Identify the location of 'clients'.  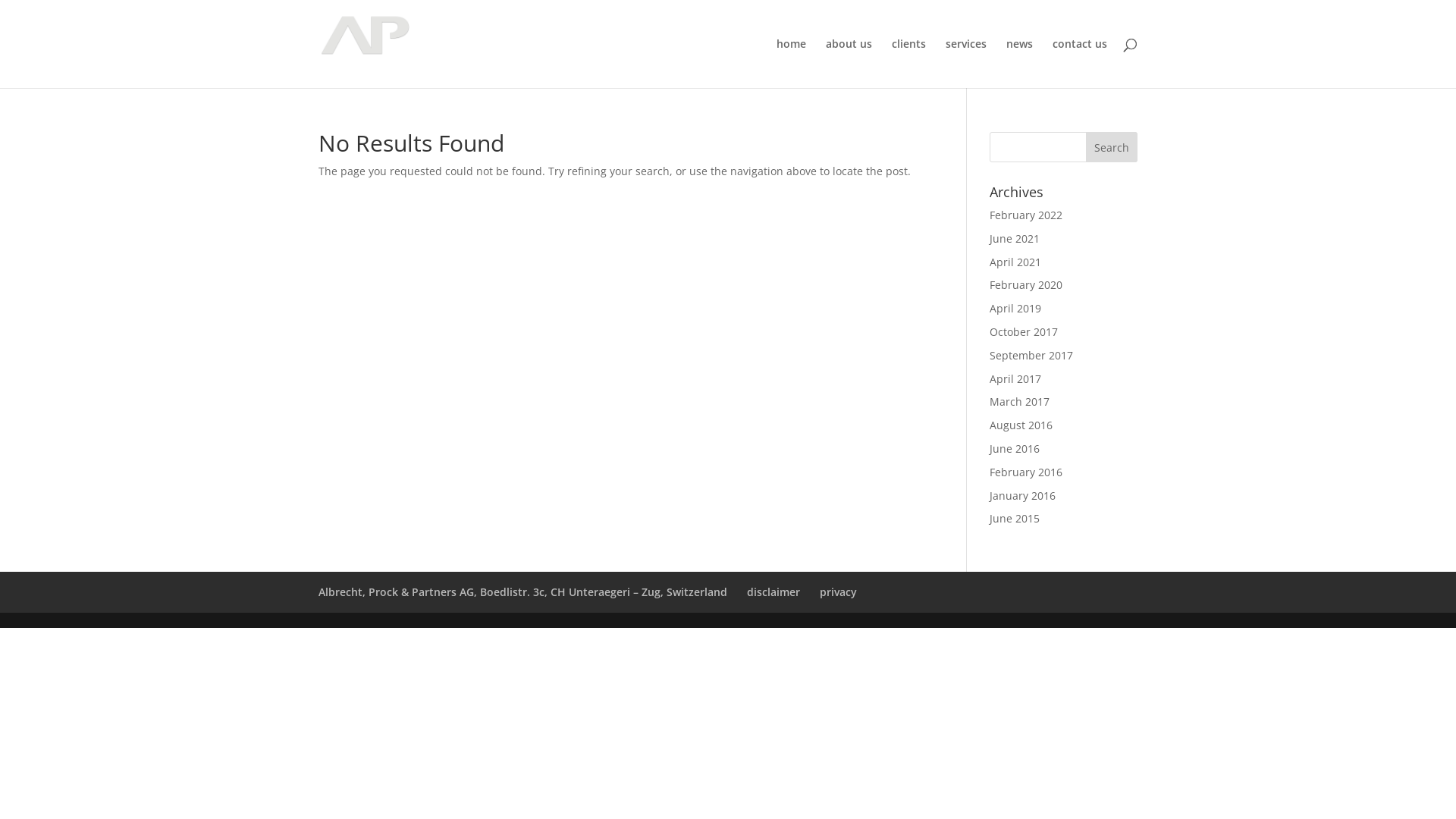
(892, 62).